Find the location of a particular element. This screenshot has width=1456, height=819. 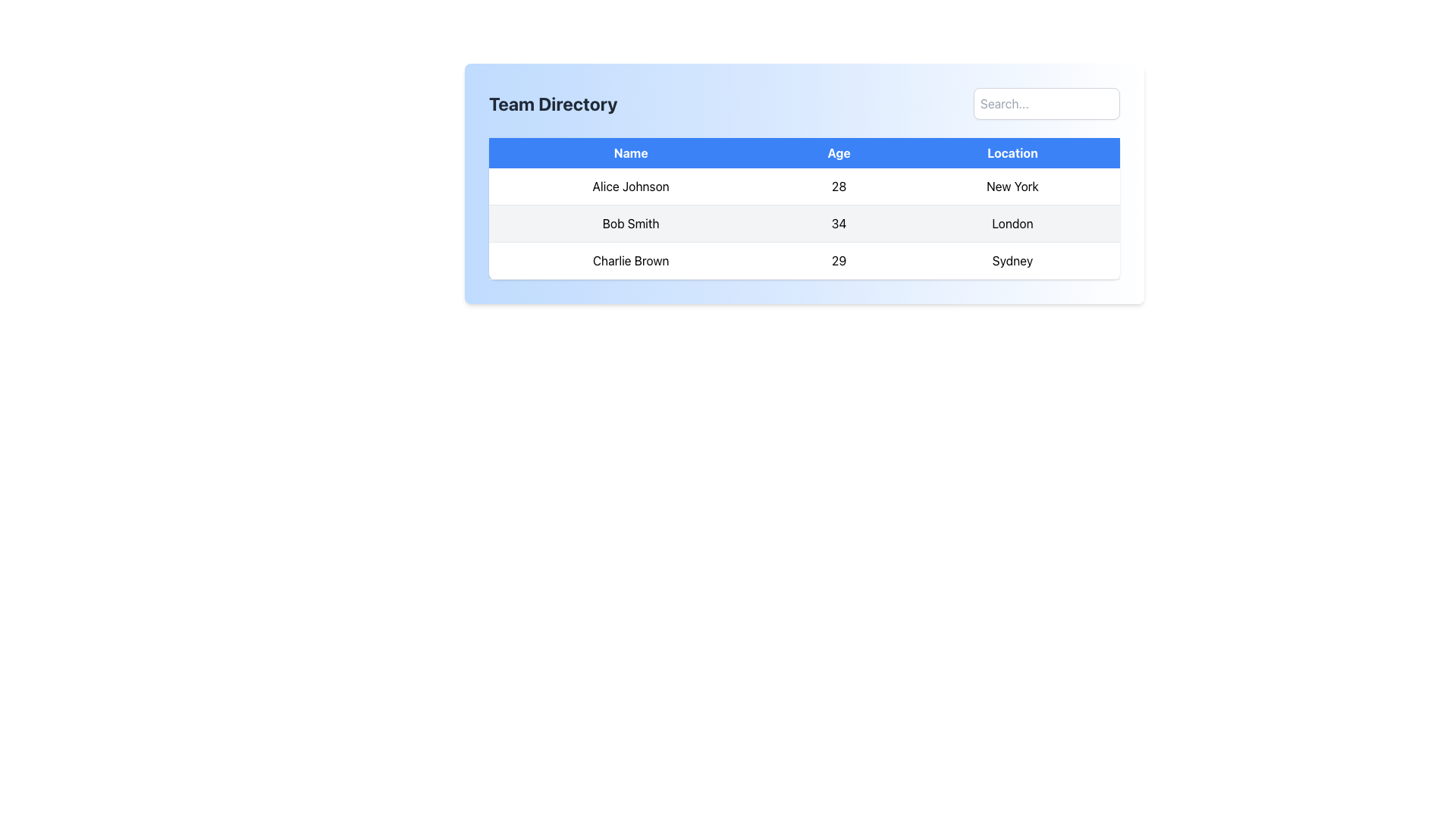

the text element displaying the age of 'Alice Johnson' in the demographic information table, located in the first row, second column between 'Name' and 'Location' is located at coordinates (838, 186).